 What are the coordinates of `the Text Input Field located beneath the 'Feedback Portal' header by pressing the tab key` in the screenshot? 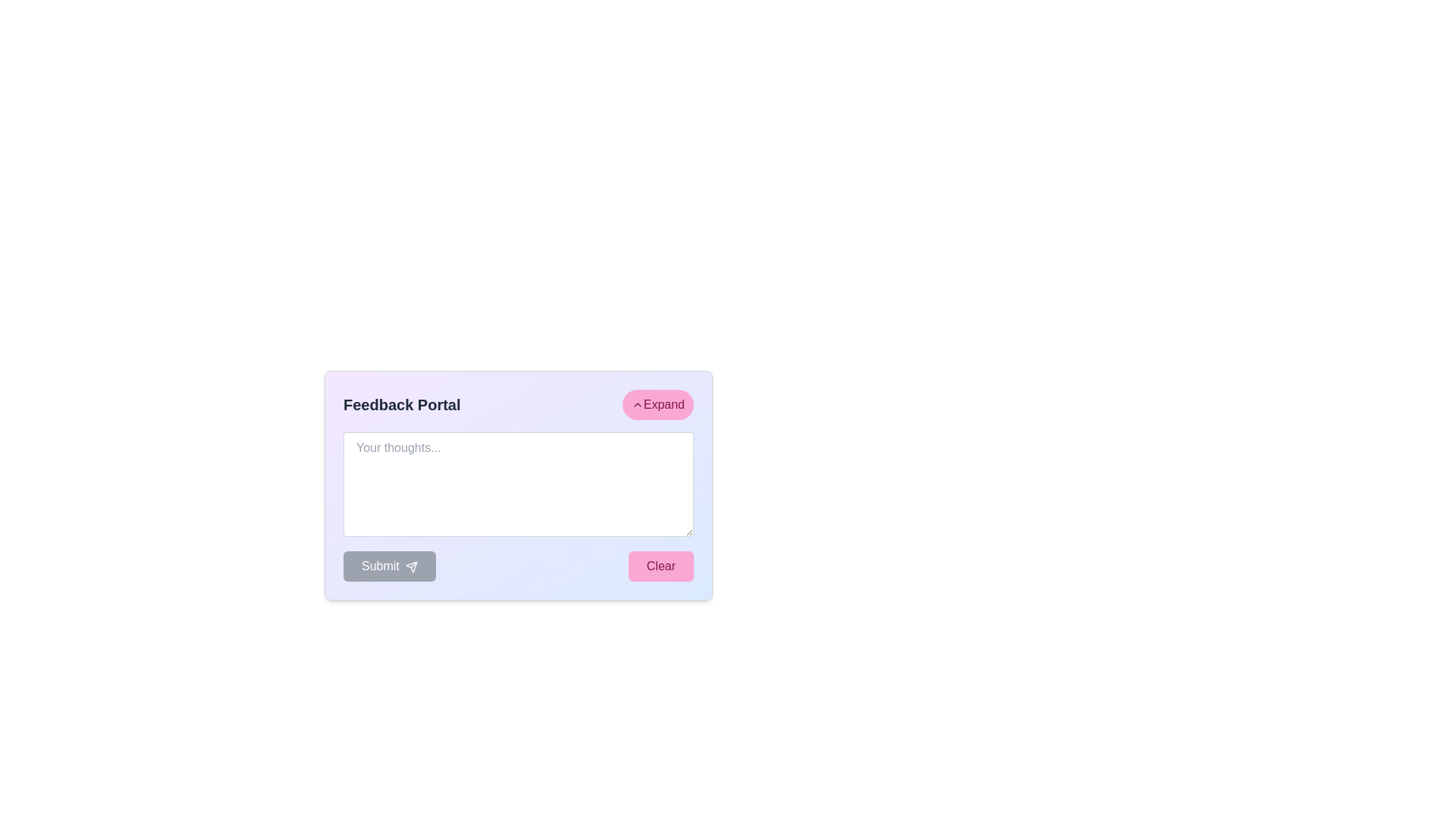 It's located at (519, 470).